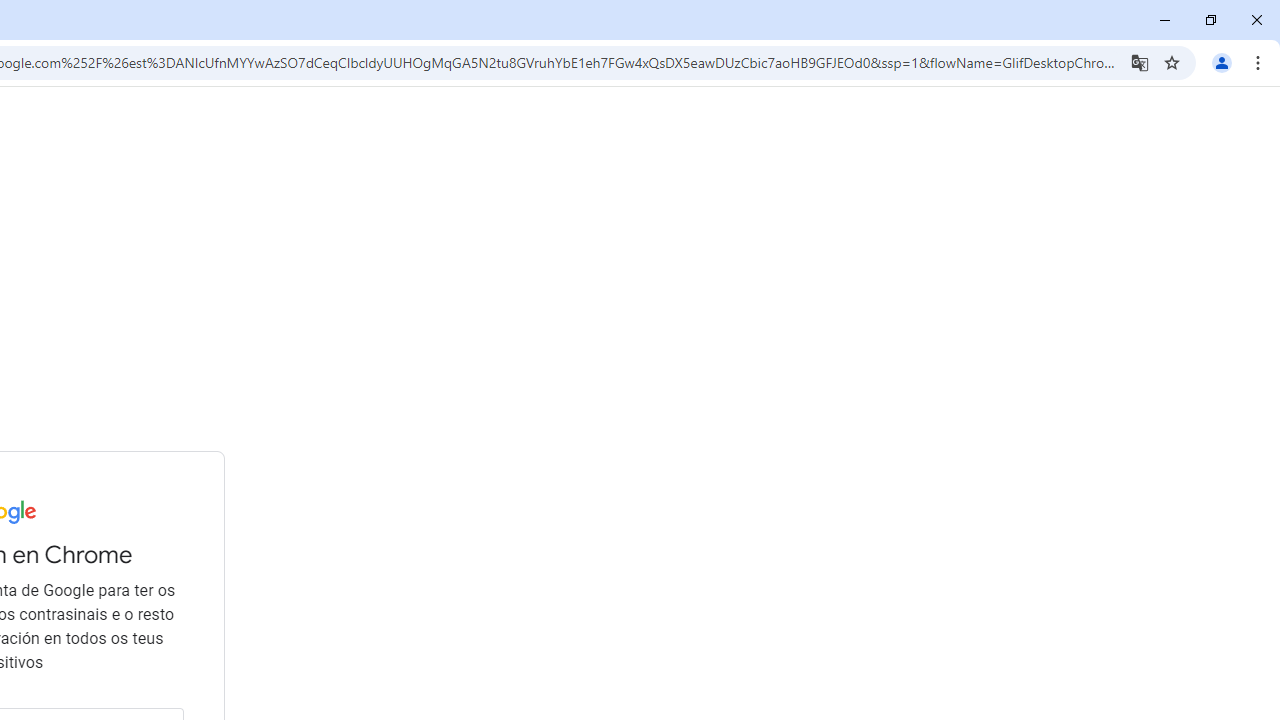 The width and height of the screenshot is (1280, 720). What do you see at coordinates (1259, 61) in the screenshot?
I see `'Chrome'` at bounding box center [1259, 61].